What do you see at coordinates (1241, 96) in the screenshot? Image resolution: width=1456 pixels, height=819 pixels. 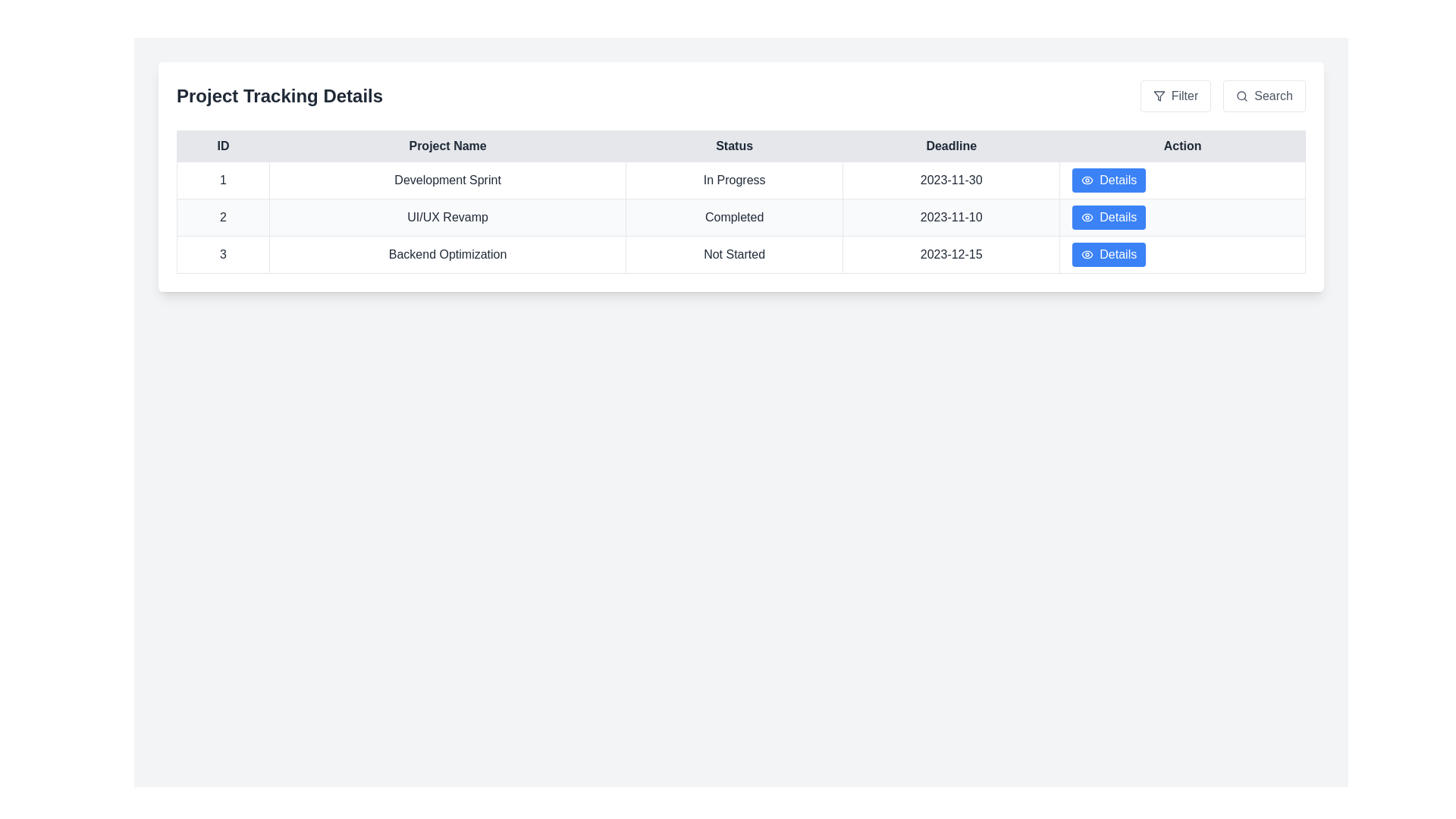 I see `the circular SVG component representing the search button, which symbolizes searching functionality and is positioned near the upper-right corner alongside the filter button` at bounding box center [1241, 96].